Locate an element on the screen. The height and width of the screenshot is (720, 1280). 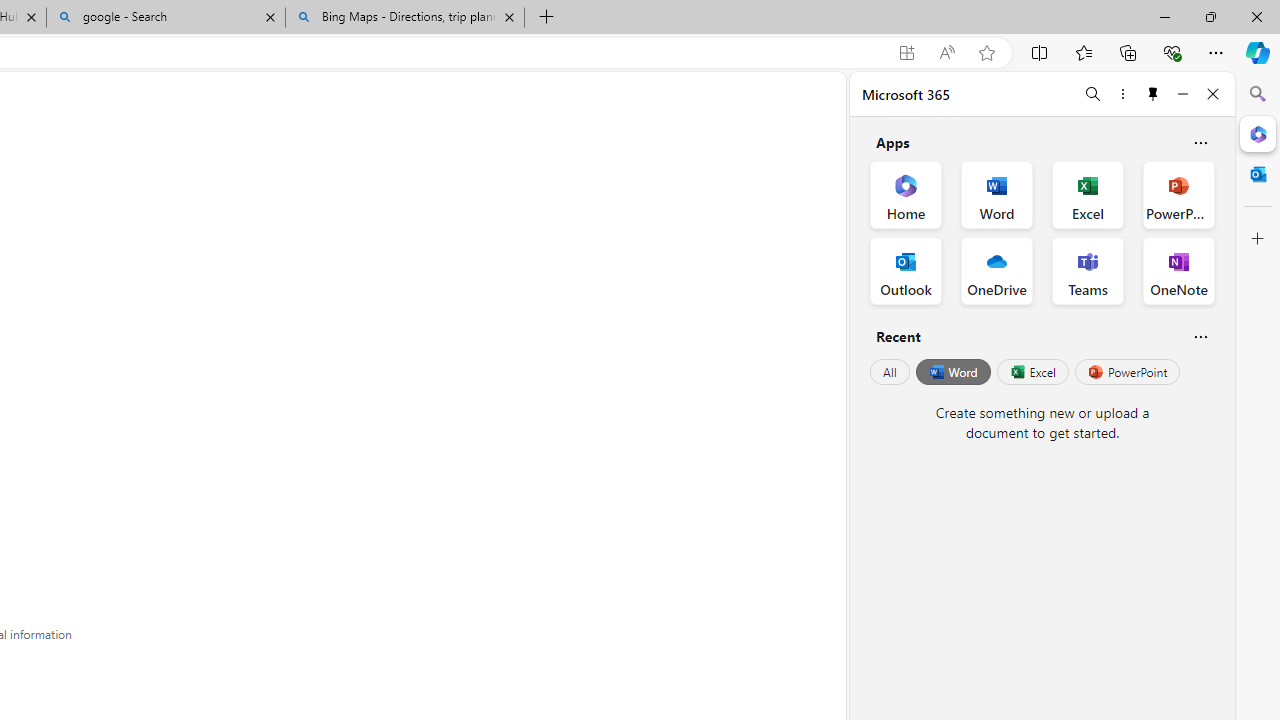
'Excel' is located at coordinates (1032, 372).